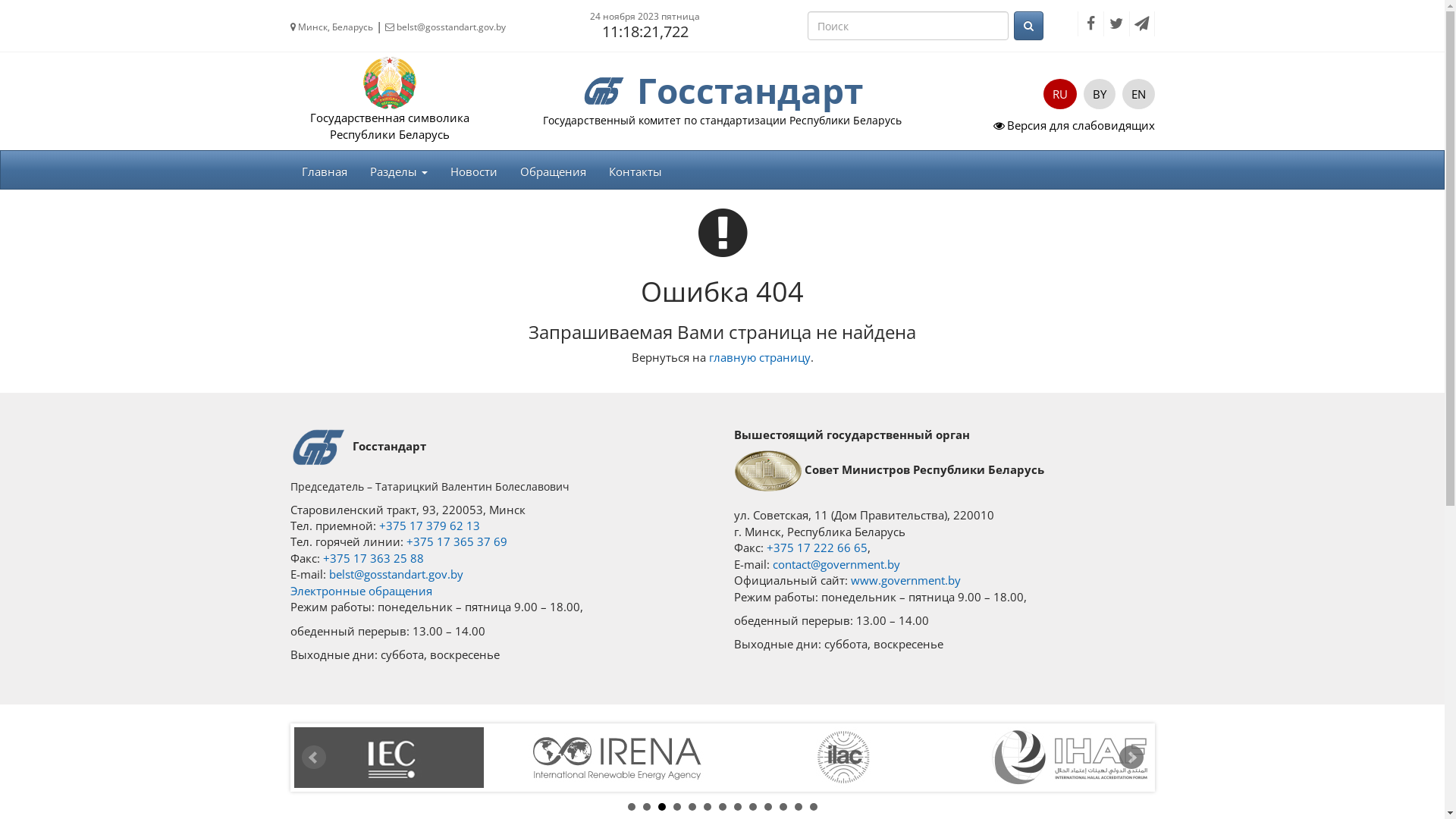 This screenshot has width=1456, height=819. What do you see at coordinates (722, 806) in the screenshot?
I see `'7'` at bounding box center [722, 806].